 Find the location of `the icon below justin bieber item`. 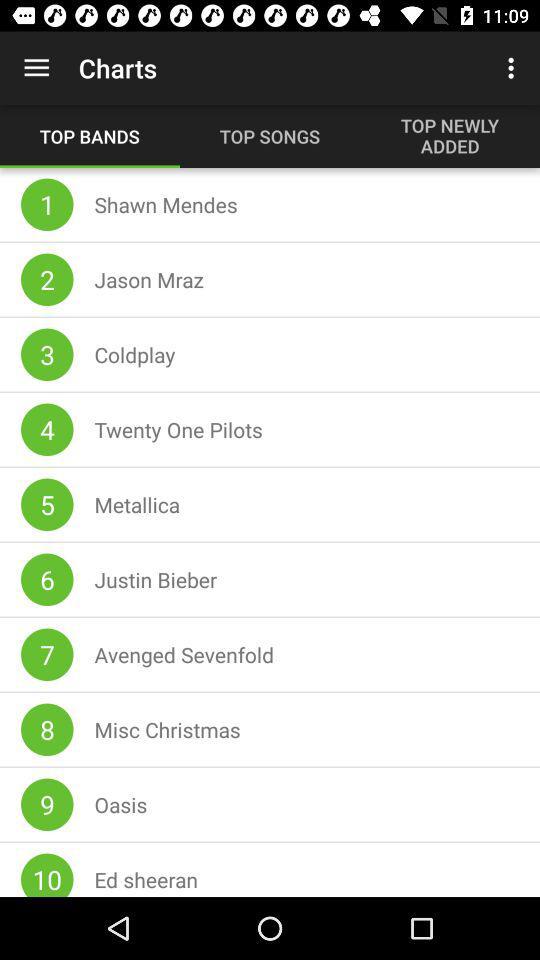

the icon below justin bieber item is located at coordinates (184, 653).